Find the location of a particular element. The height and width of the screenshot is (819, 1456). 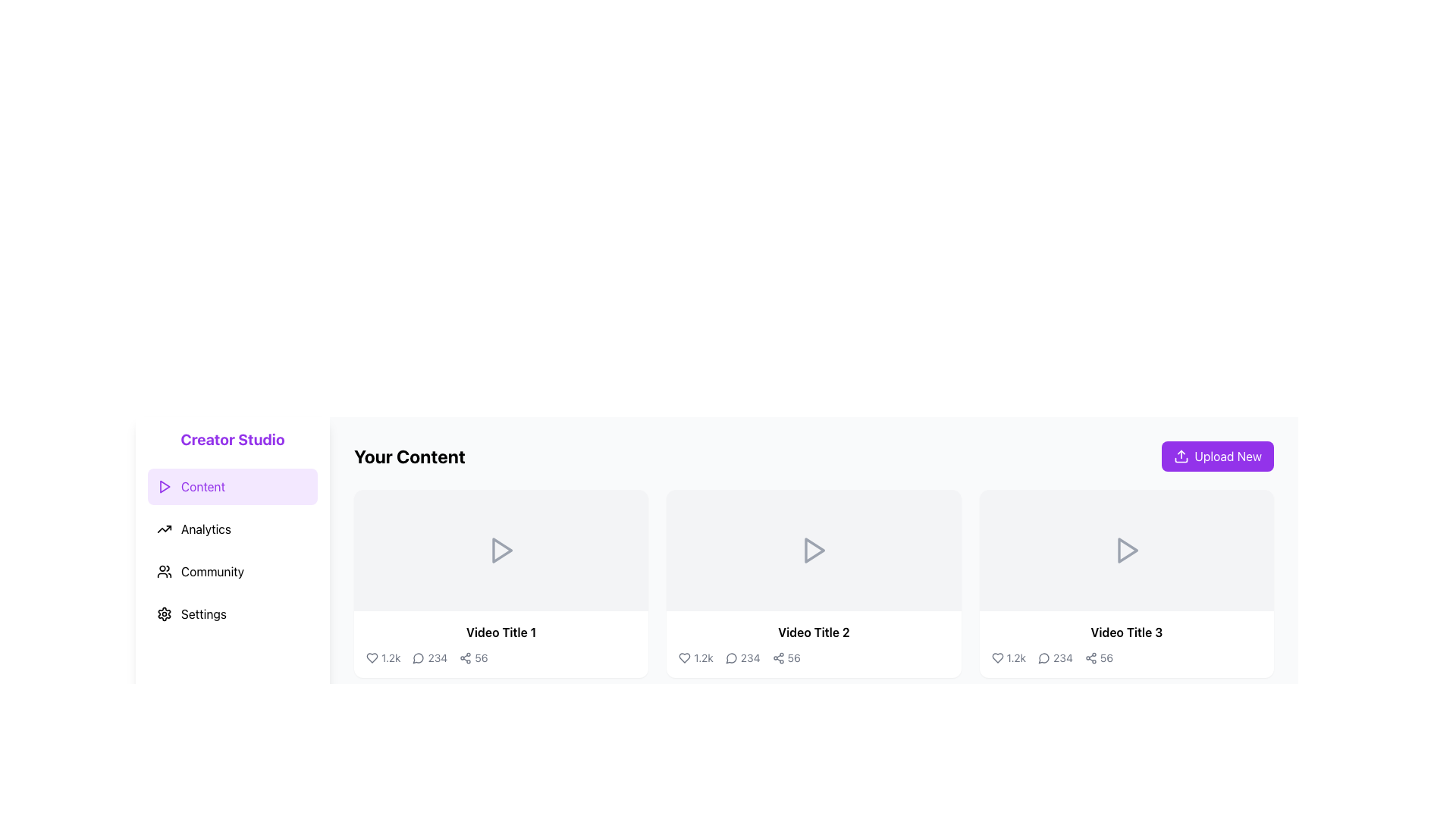

the heart icon representing likes in the content card for 'Video Title 1' is located at coordinates (372, 657).